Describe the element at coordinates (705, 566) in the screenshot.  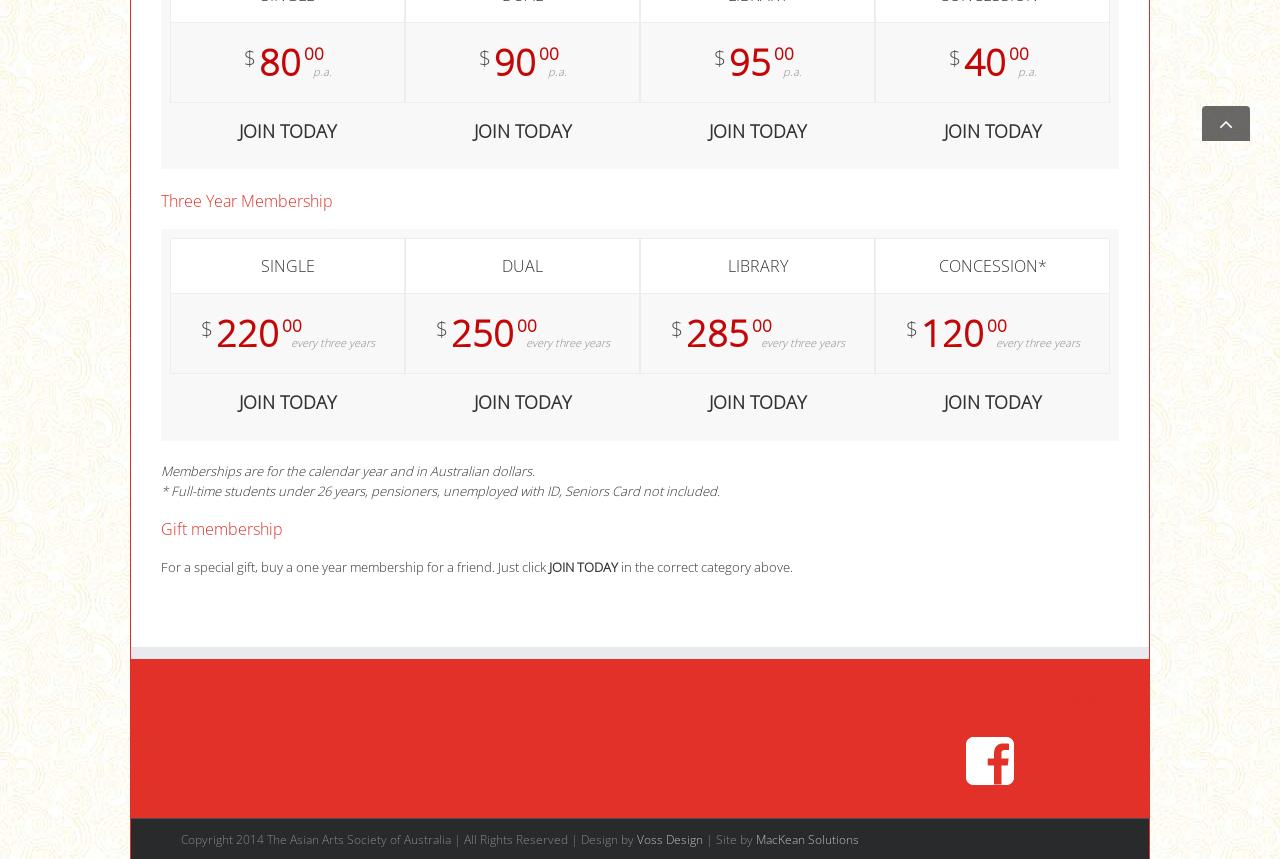
I see `'in the correct category above.'` at that location.